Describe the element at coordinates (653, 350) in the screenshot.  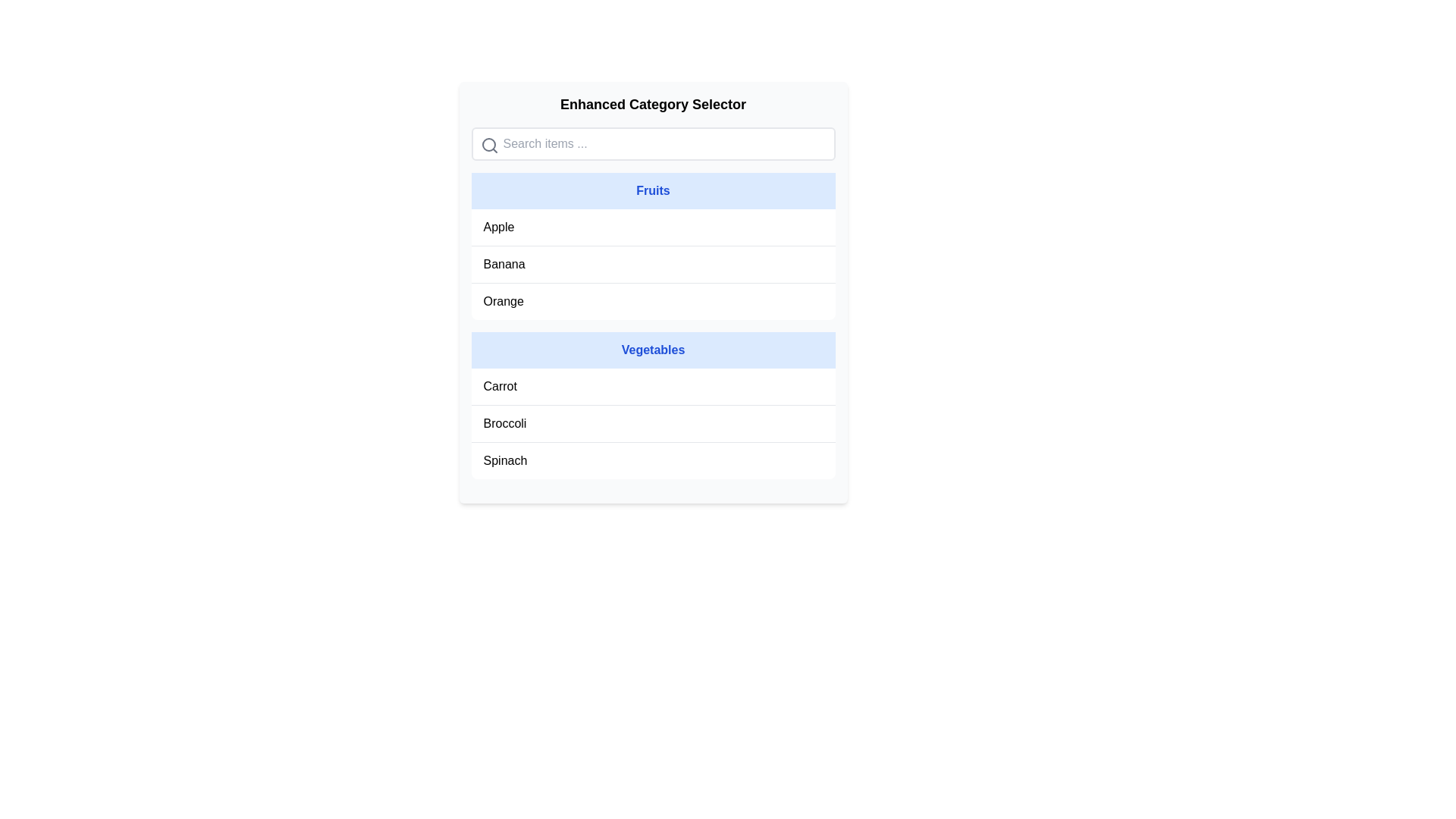
I see `the Category header or label that groups associated items in a rounded box, positioned above the list of items such as 'Carrot', 'Broccoli', and 'Spinach'` at that location.